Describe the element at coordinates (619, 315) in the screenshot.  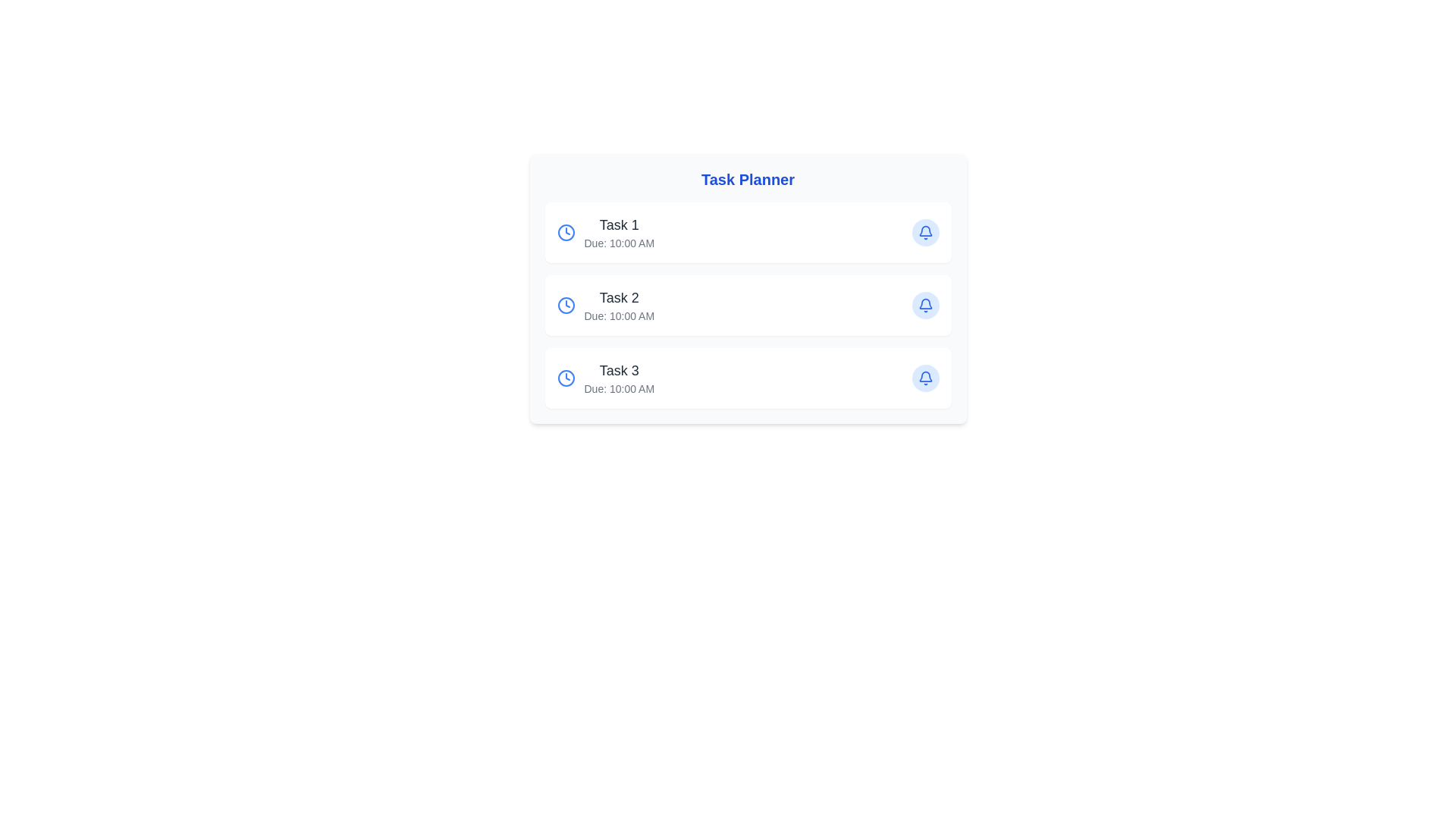
I see `the text label displaying the due time for 'Task 2', which is positioned directly under the title 'Task 2'` at that location.